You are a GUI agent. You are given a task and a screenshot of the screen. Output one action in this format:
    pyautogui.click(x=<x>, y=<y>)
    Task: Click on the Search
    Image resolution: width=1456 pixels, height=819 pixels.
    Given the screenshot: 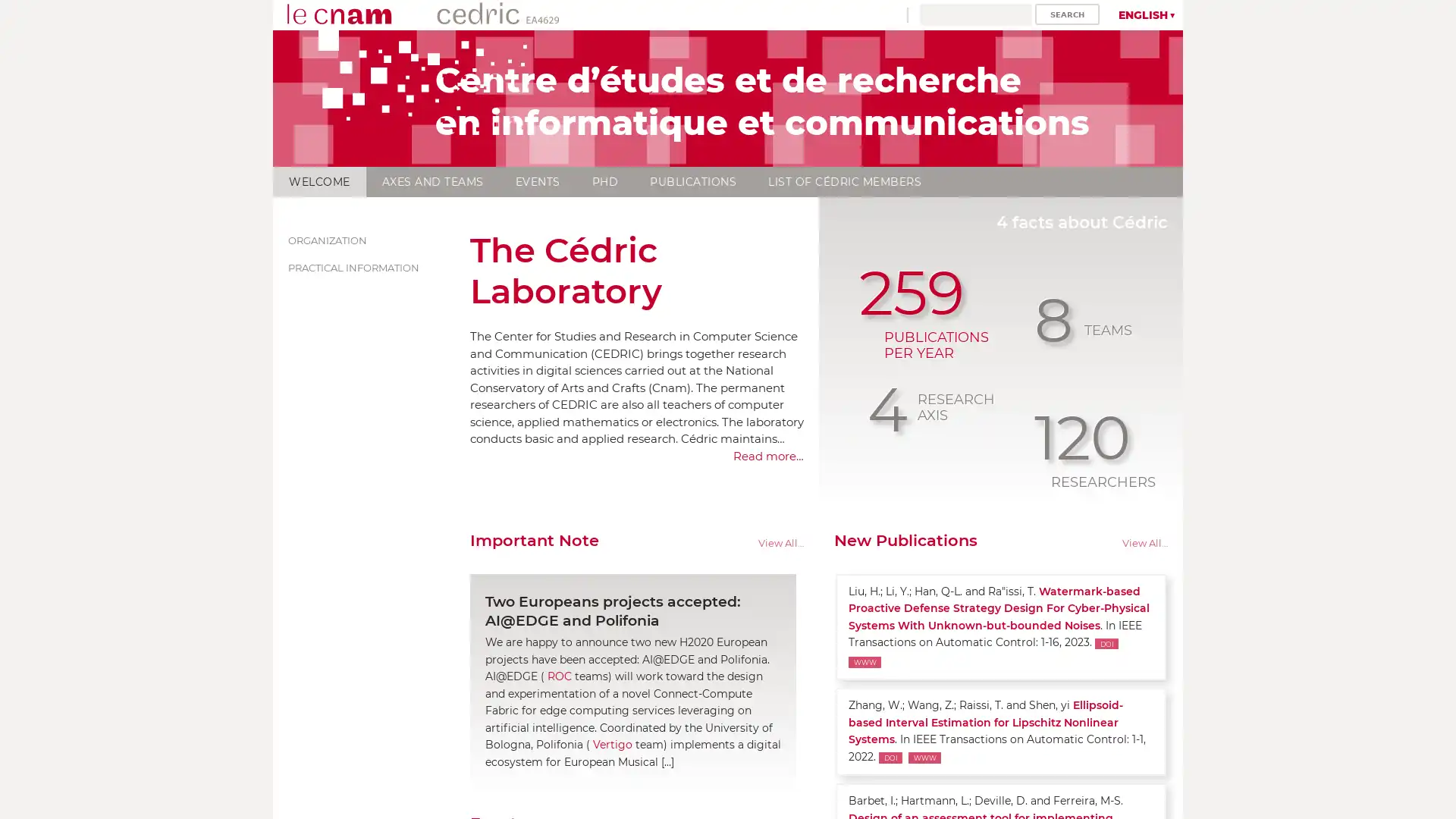 What is the action you would take?
    pyautogui.click(x=1066, y=14)
    